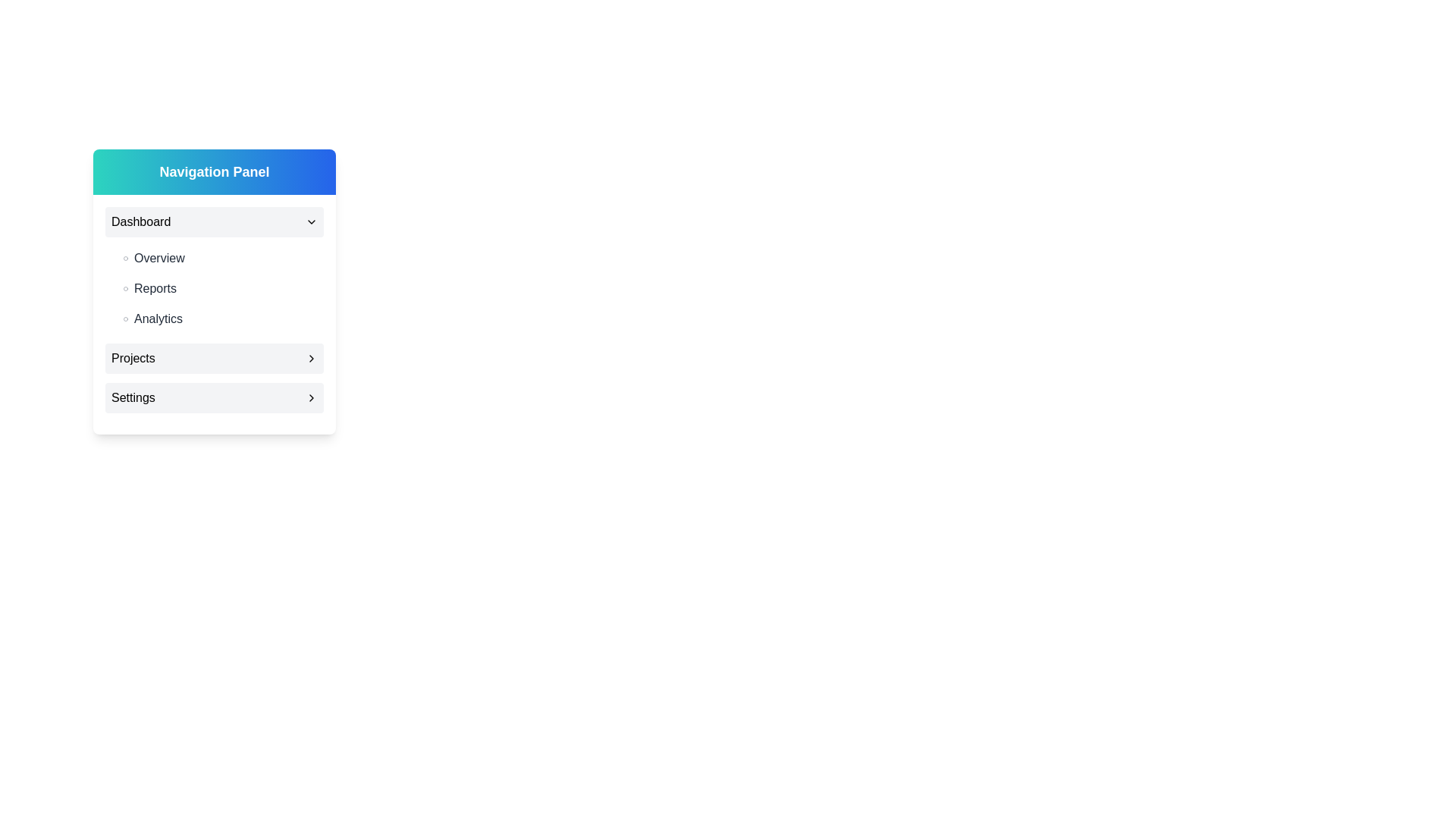  What do you see at coordinates (133, 359) in the screenshot?
I see `on the 'Projects' text label in the navigation panel` at bounding box center [133, 359].